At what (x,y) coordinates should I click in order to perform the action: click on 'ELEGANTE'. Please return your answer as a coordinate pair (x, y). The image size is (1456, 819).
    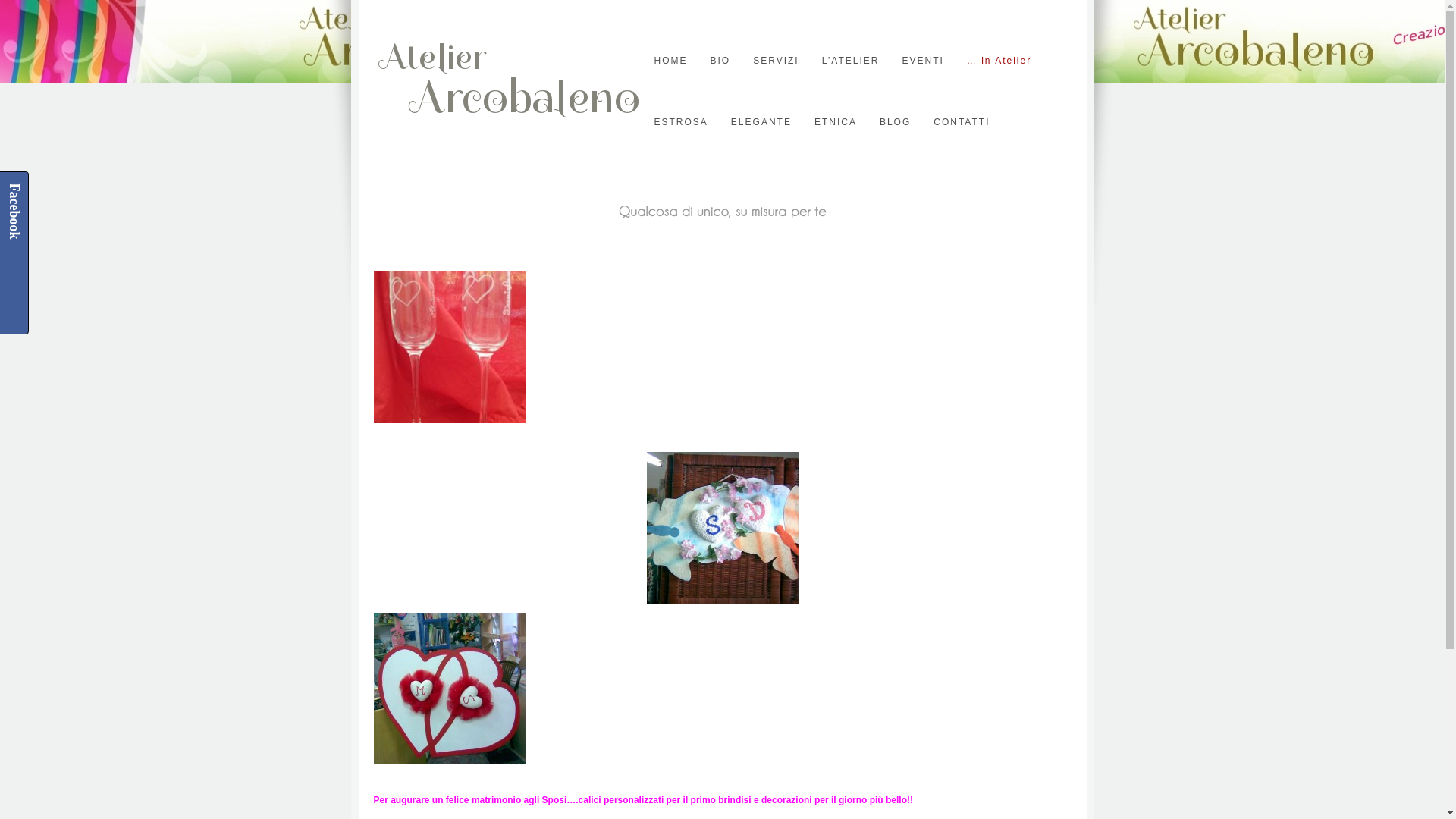
    Looking at the image, I should click on (761, 121).